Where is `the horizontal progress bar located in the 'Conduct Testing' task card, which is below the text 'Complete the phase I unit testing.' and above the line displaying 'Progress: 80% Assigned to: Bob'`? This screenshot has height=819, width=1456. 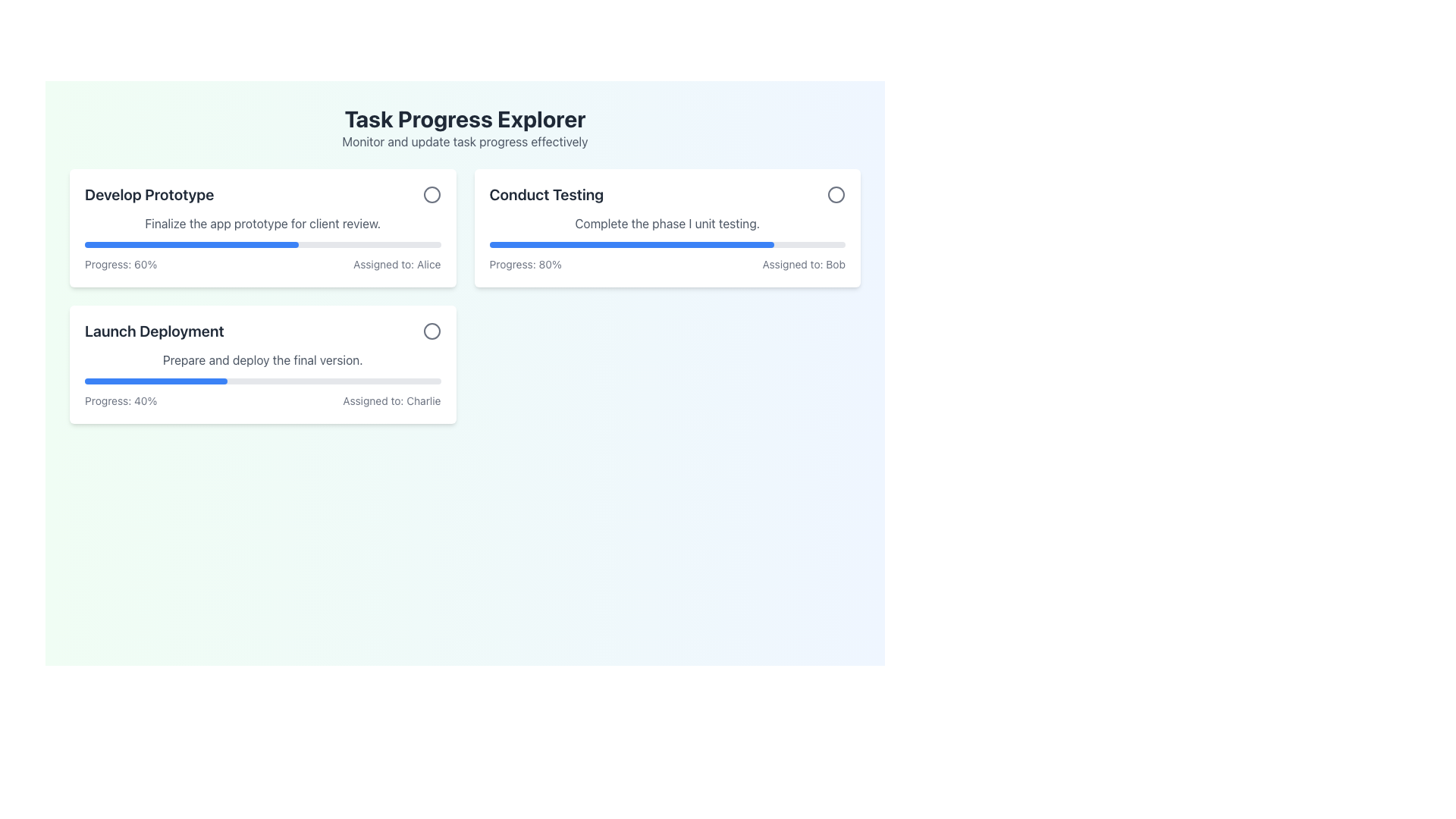 the horizontal progress bar located in the 'Conduct Testing' task card, which is below the text 'Complete the phase I unit testing.' and above the line displaying 'Progress: 80% Assigned to: Bob' is located at coordinates (667, 244).